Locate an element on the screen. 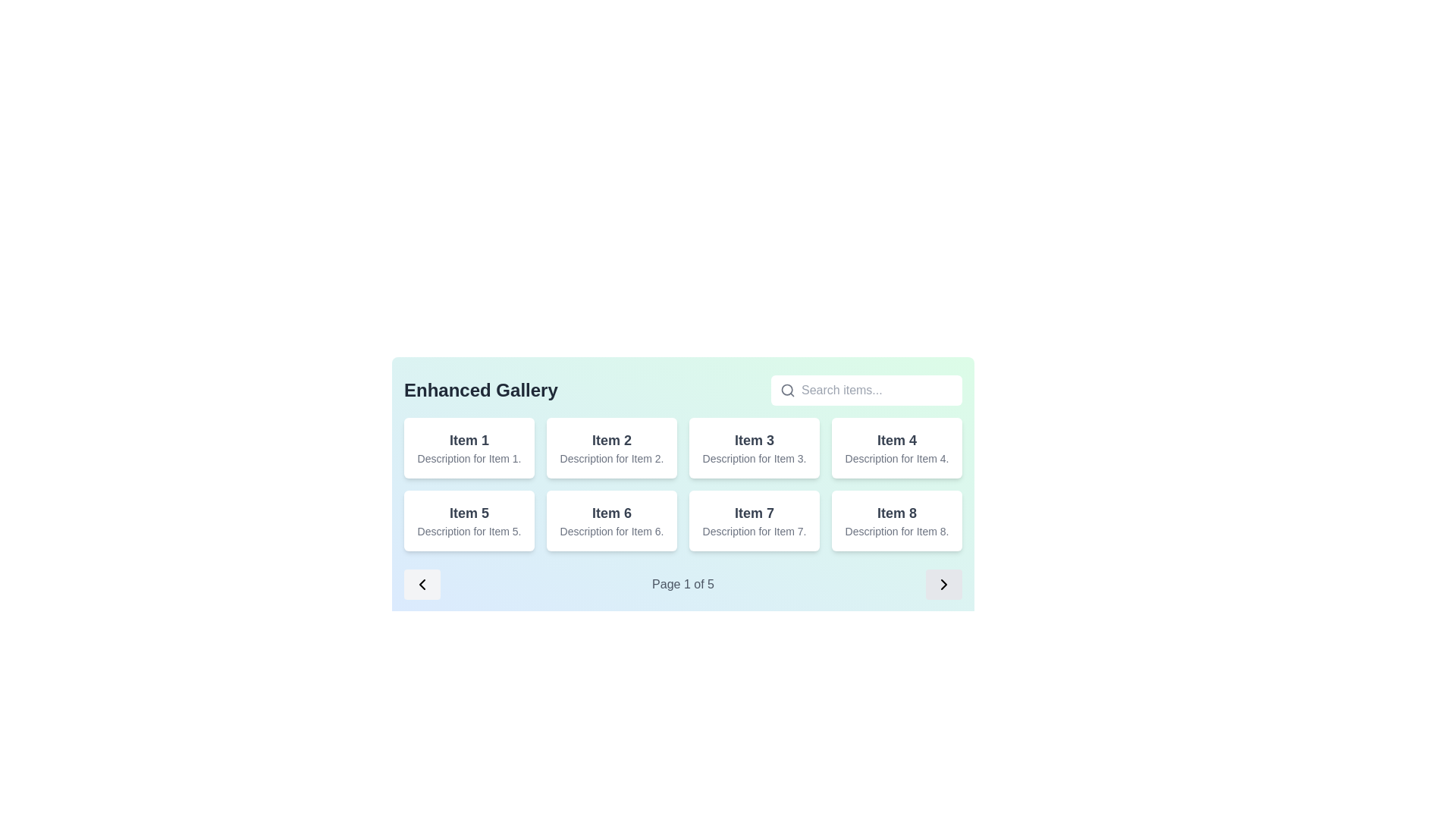 This screenshot has width=1456, height=819. the static text label that provides additional information about the associated item, located immediately below 'Item 1' in the top-left corner of the card layout is located at coordinates (469, 458).